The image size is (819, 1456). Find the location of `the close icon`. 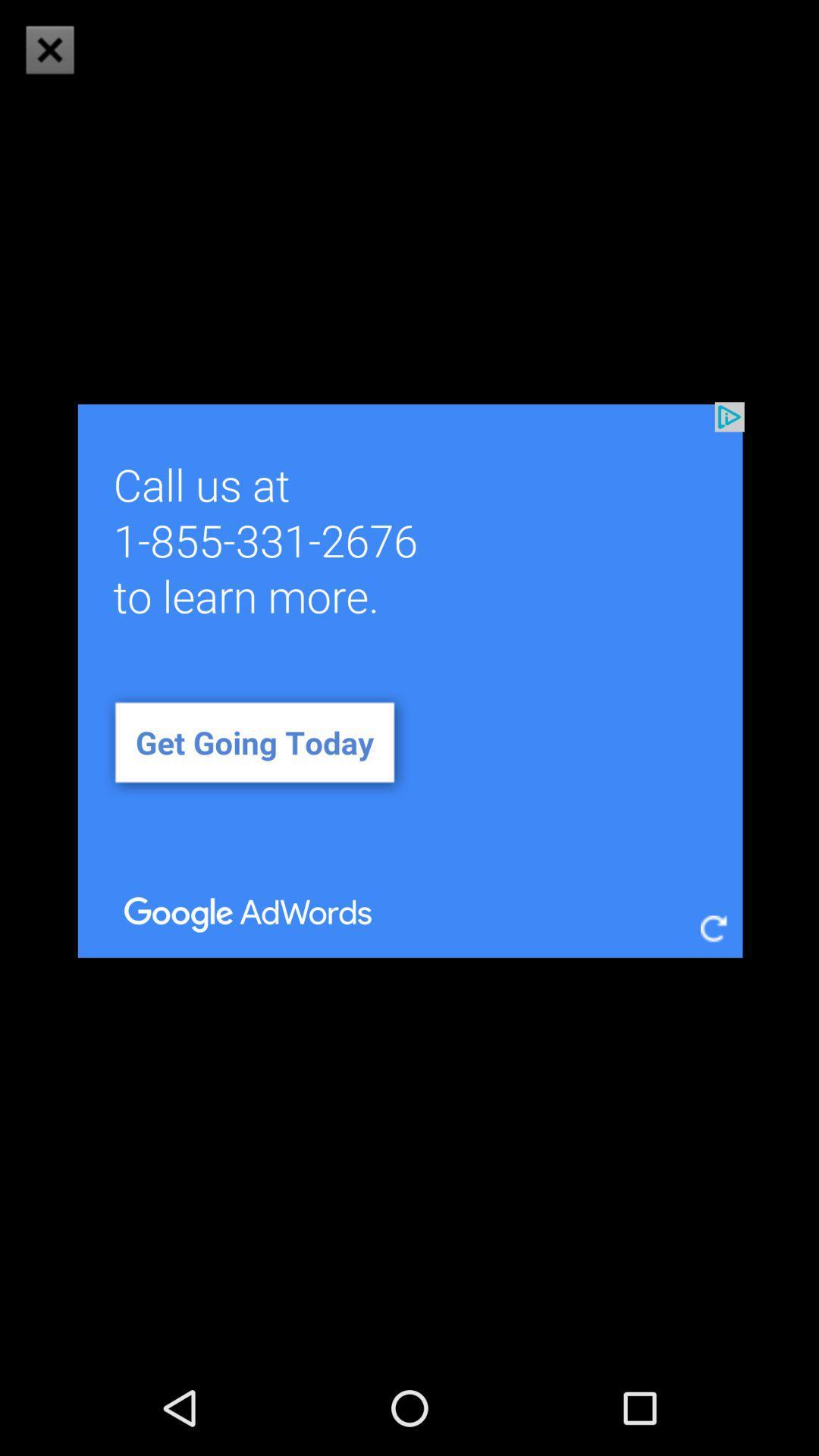

the close icon is located at coordinates (49, 49).